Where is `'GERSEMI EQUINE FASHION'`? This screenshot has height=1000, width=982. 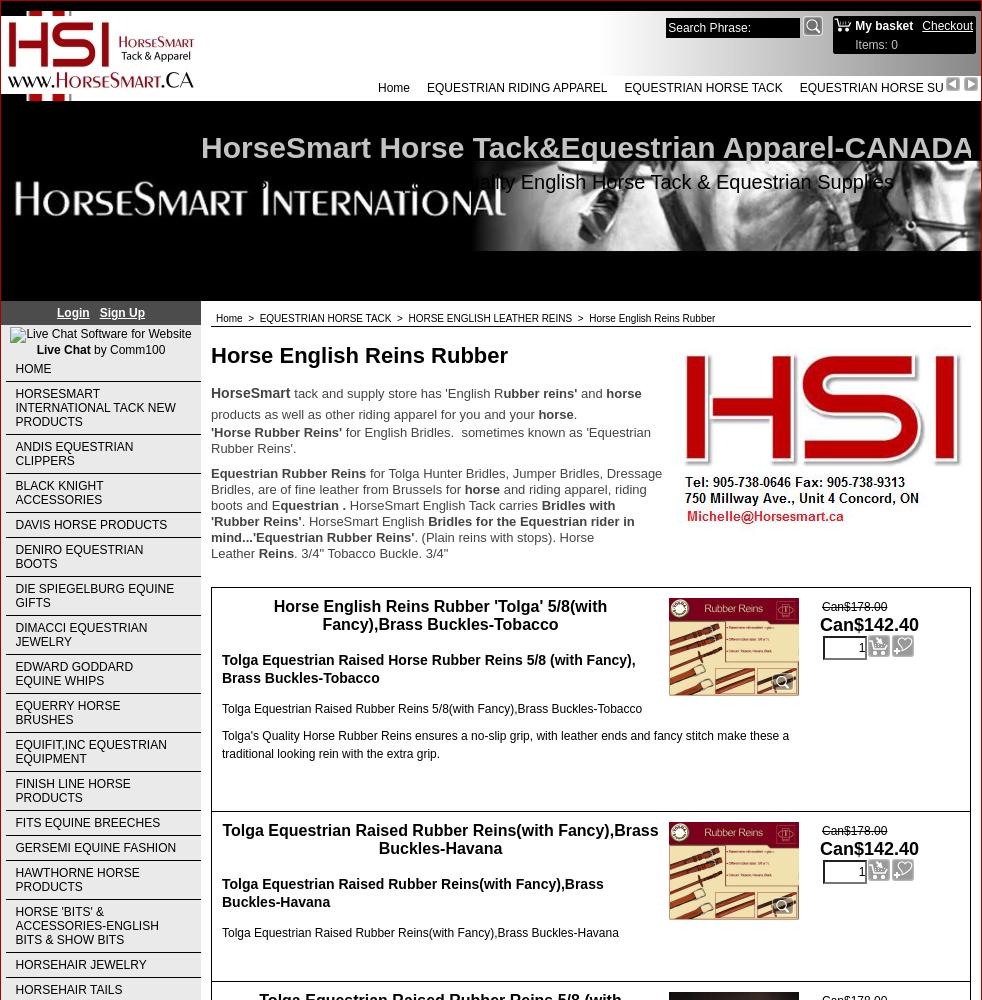
'GERSEMI EQUINE FASHION' is located at coordinates (94, 847).